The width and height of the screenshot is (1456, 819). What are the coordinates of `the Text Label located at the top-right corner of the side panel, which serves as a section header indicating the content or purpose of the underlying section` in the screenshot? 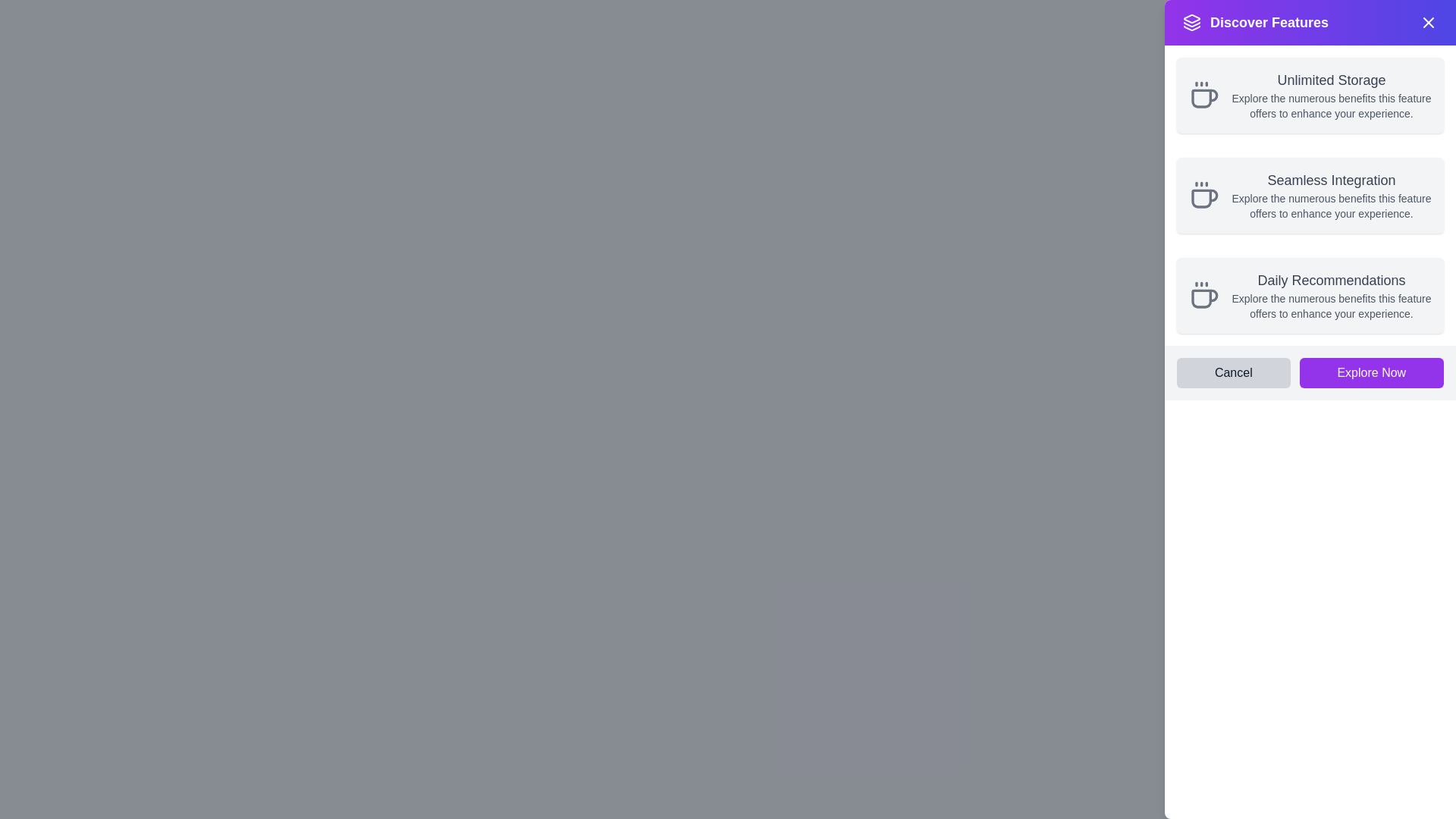 It's located at (1269, 23).